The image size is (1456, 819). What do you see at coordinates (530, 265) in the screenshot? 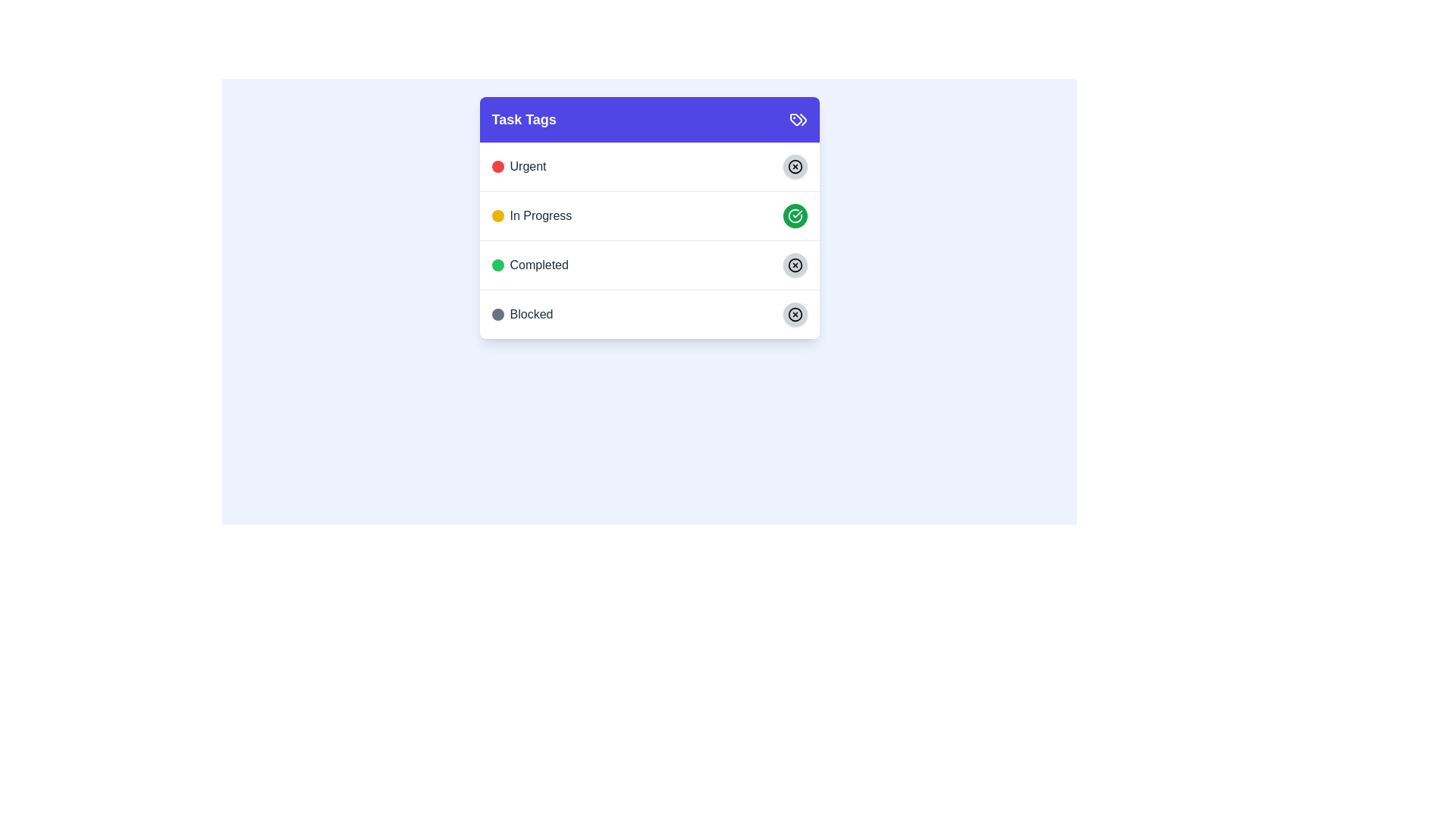
I see `the 'Completed' status indicator in the 'Task Tags' panel, which is the third item in the list, located to the left of a circular gray button with an 'X' icon` at bounding box center [530, 265].